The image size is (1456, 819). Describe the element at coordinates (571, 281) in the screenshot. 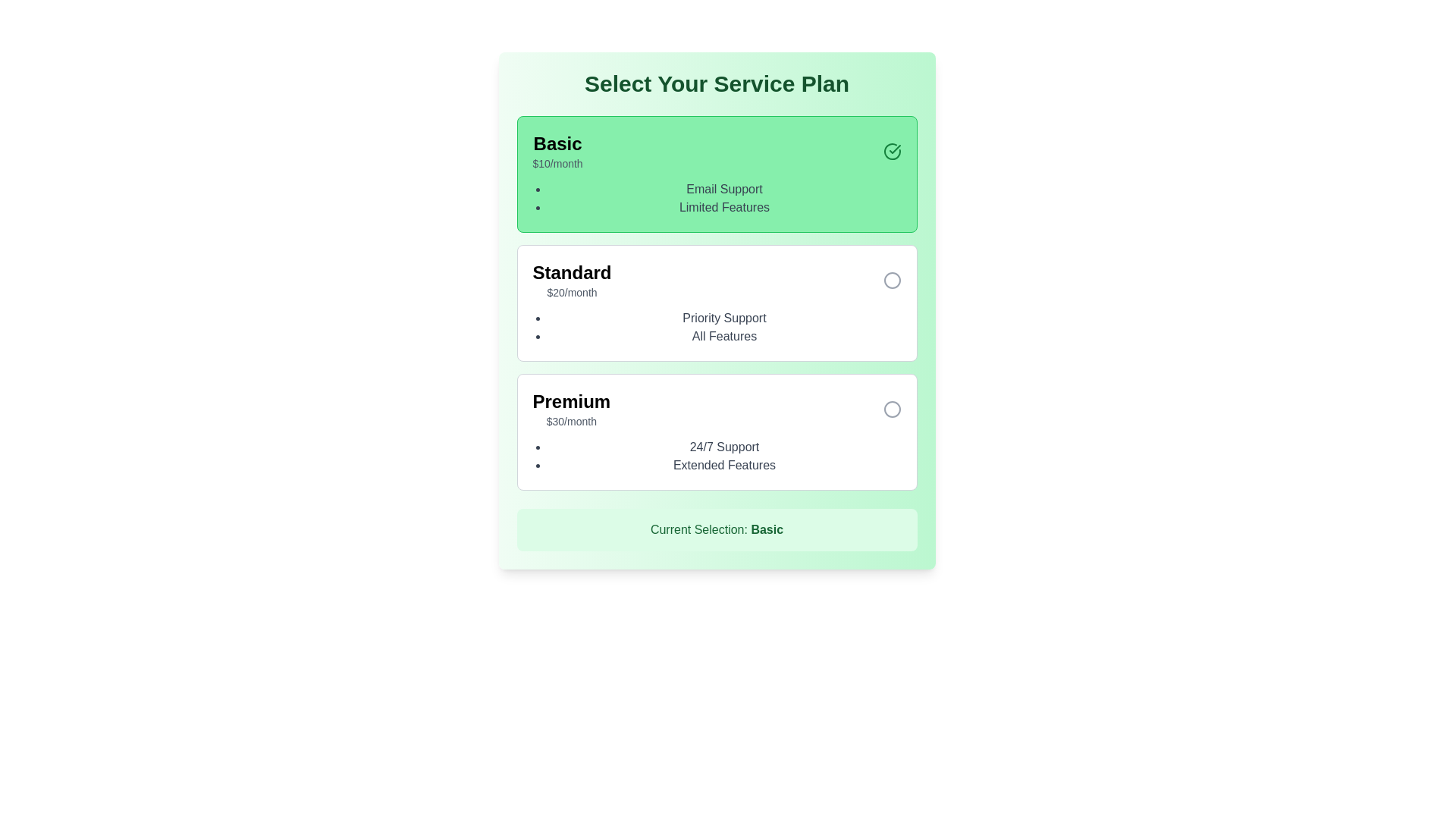

I see `text element displaying 'Standard $20/month' which is styled with 'Standard' in bold and larger font, located in the middle of the service plans` at that location.